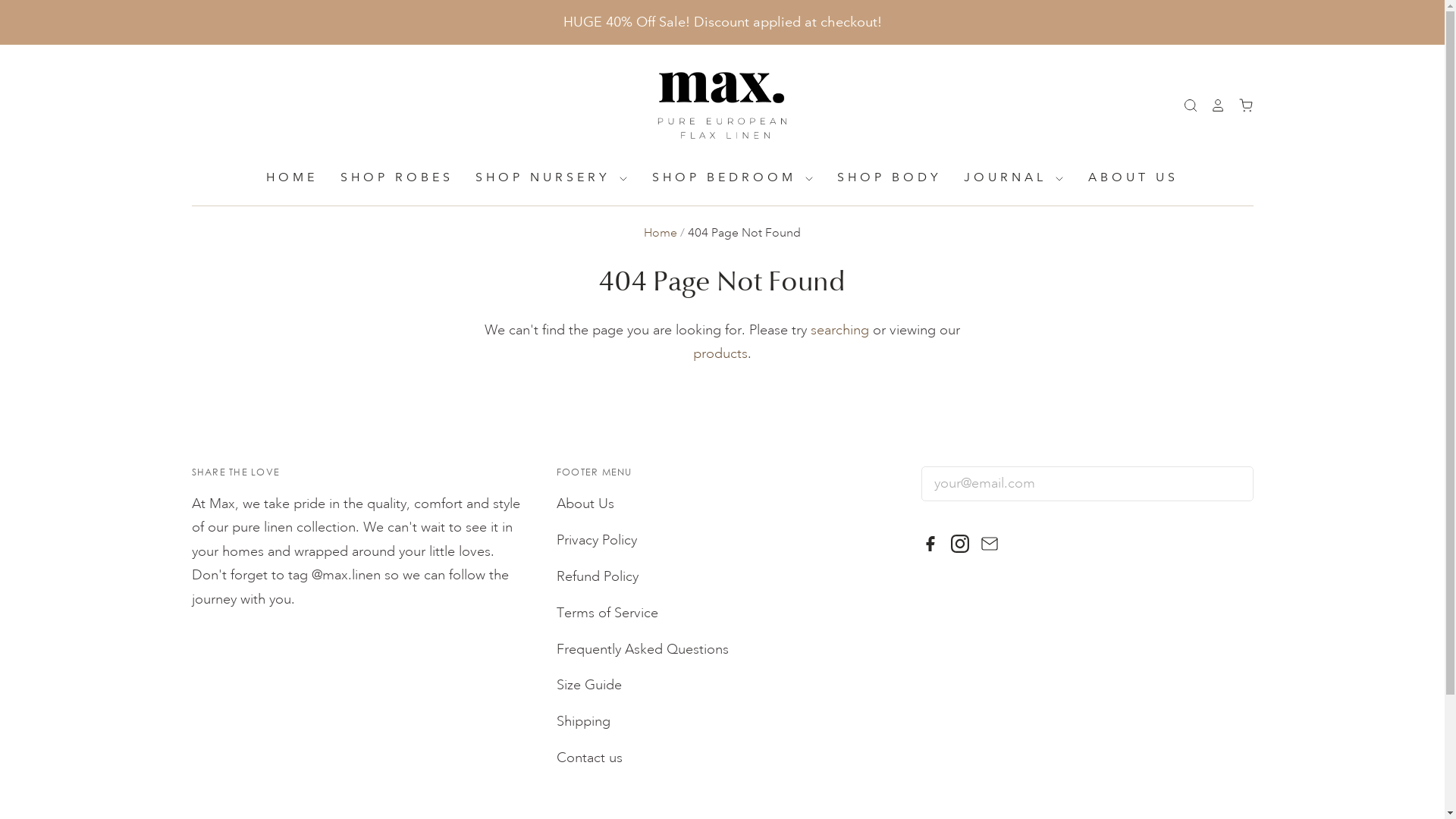  I want to click on 'ABOUT US', so click(1122, 177).